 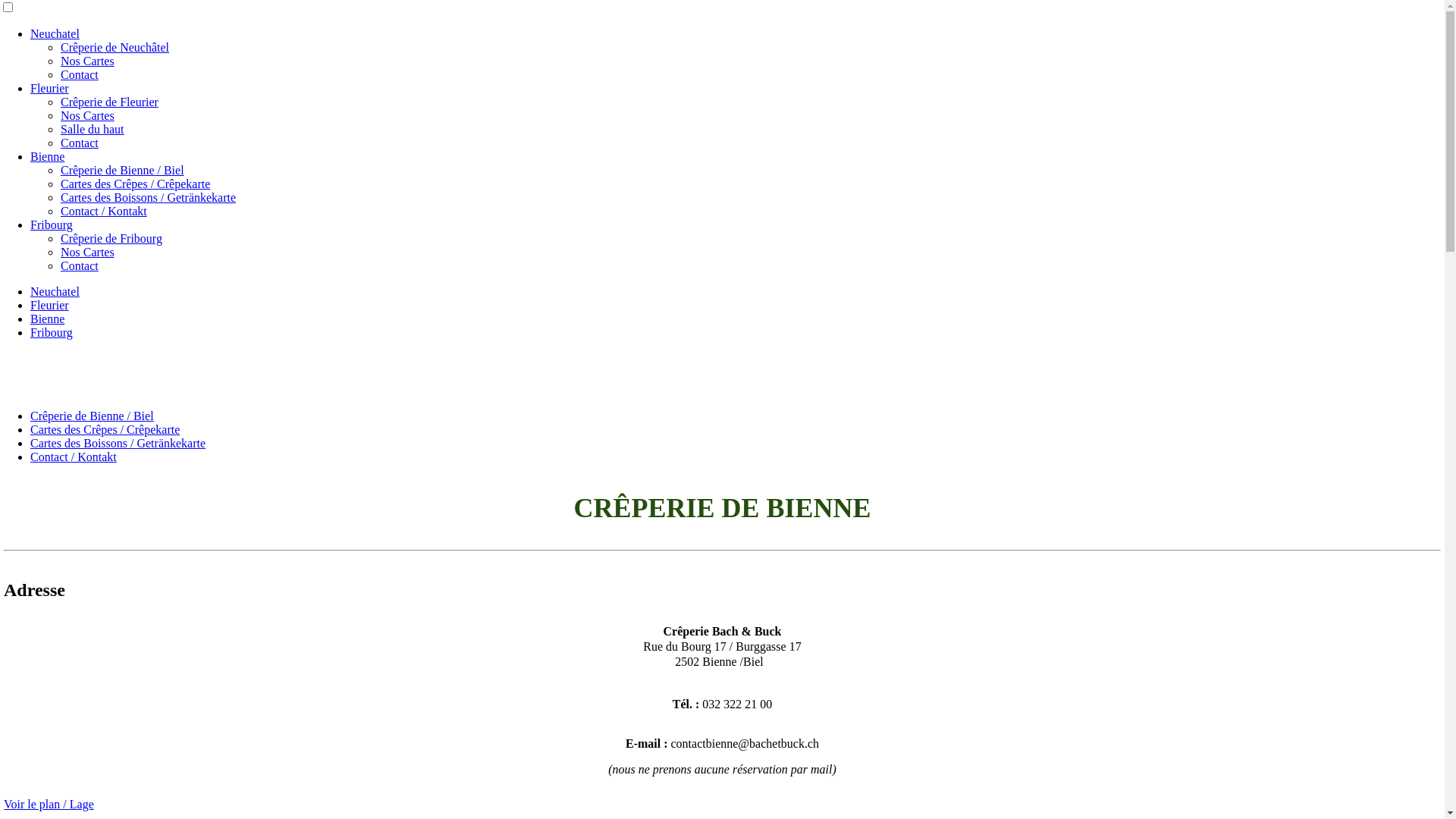 I want to click on 'Bienne', so click(x=47, y=156).